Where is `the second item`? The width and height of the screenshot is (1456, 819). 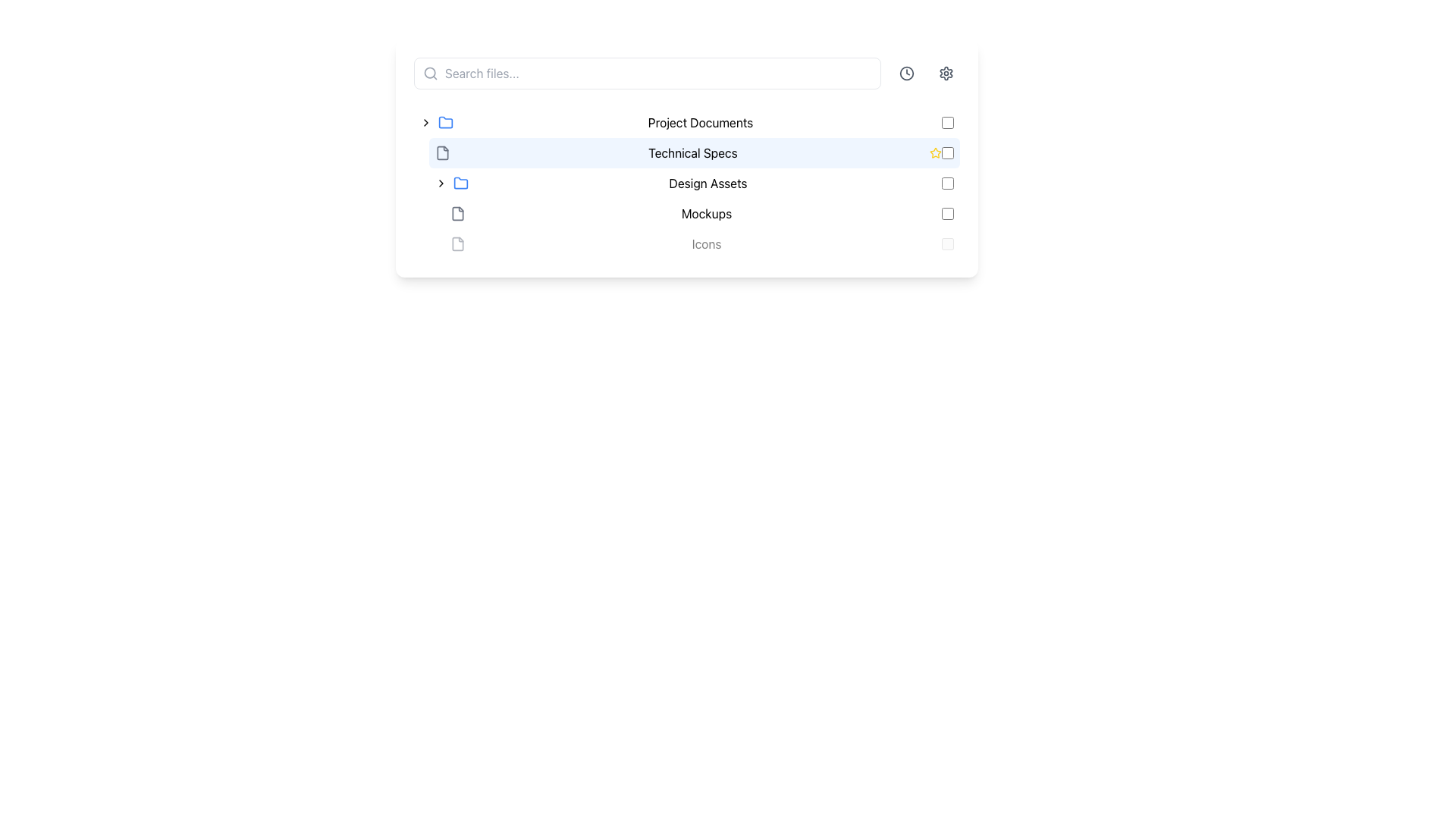
the second item is located at coordinates (686, 152).